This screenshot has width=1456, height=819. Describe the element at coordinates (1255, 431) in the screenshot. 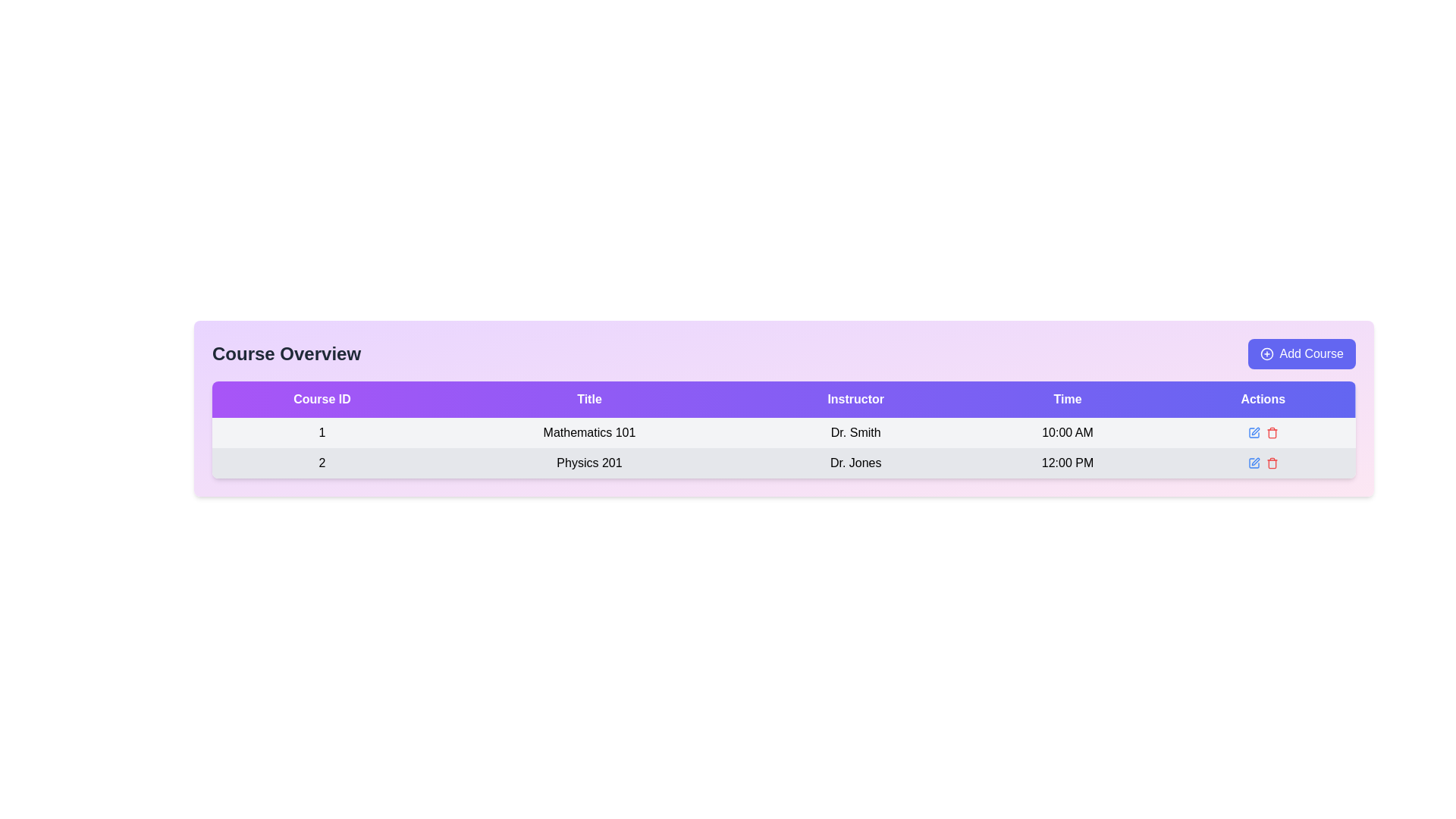

I see `the pen icon button located in the 'Actions' column of the row for the course 'Mathematics 101'` at that location.